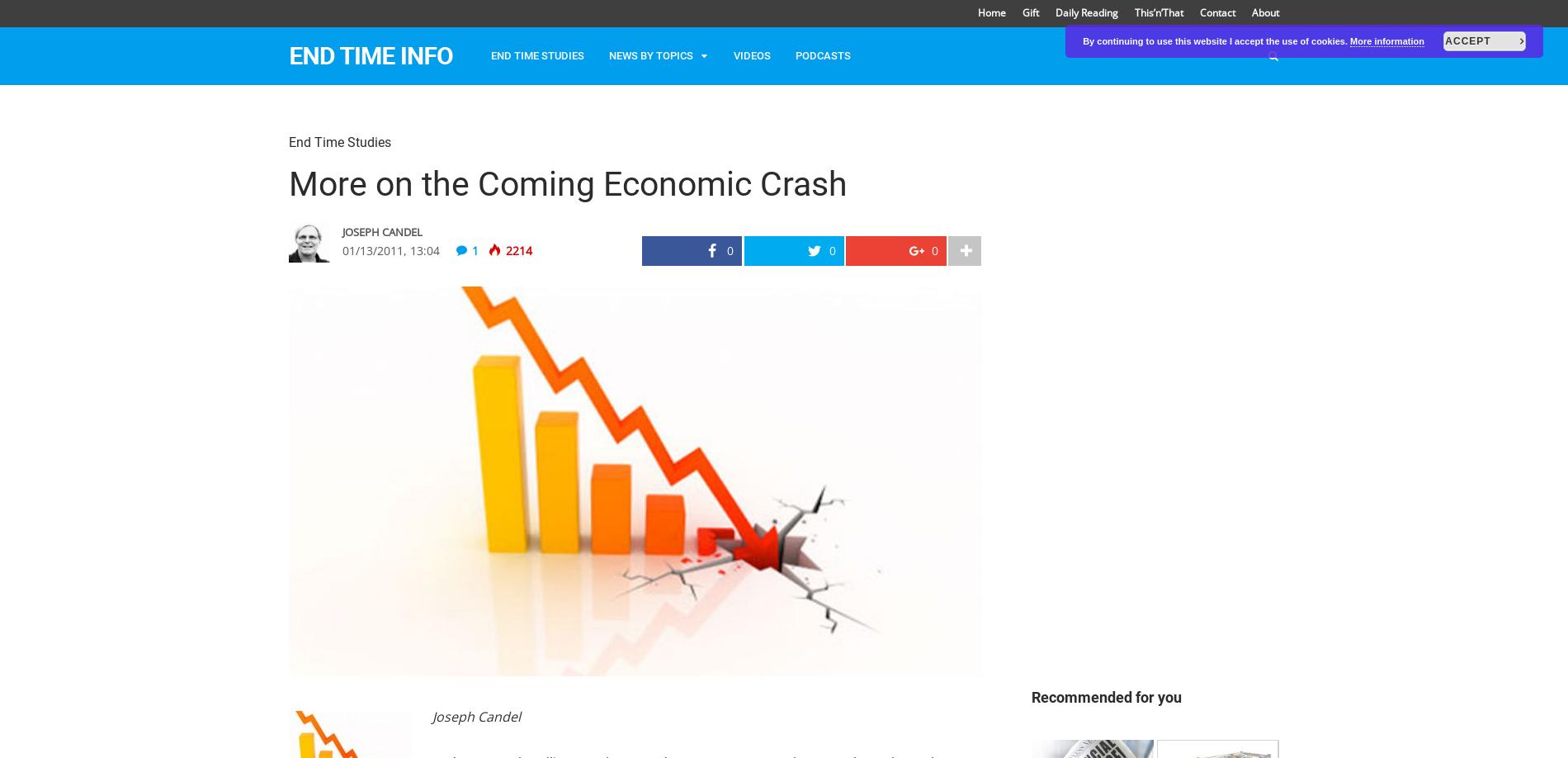  I want to click on 'By continuing to use this website I accept the use of cookies.', so click(1216, 41).